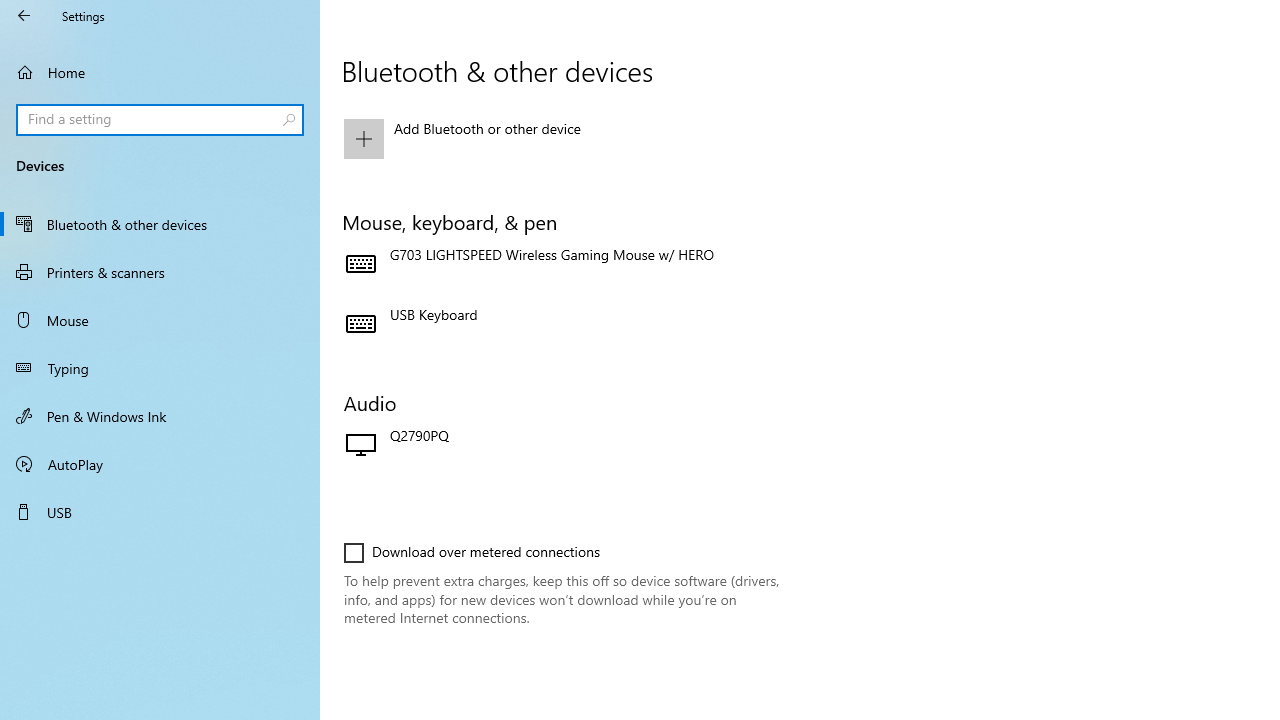 The image size is (1280, 720). What do you see at coordinates (160, 119) in the screenshot?
I see `'Search box, Find a setting'` at bounding box center [160, 119].